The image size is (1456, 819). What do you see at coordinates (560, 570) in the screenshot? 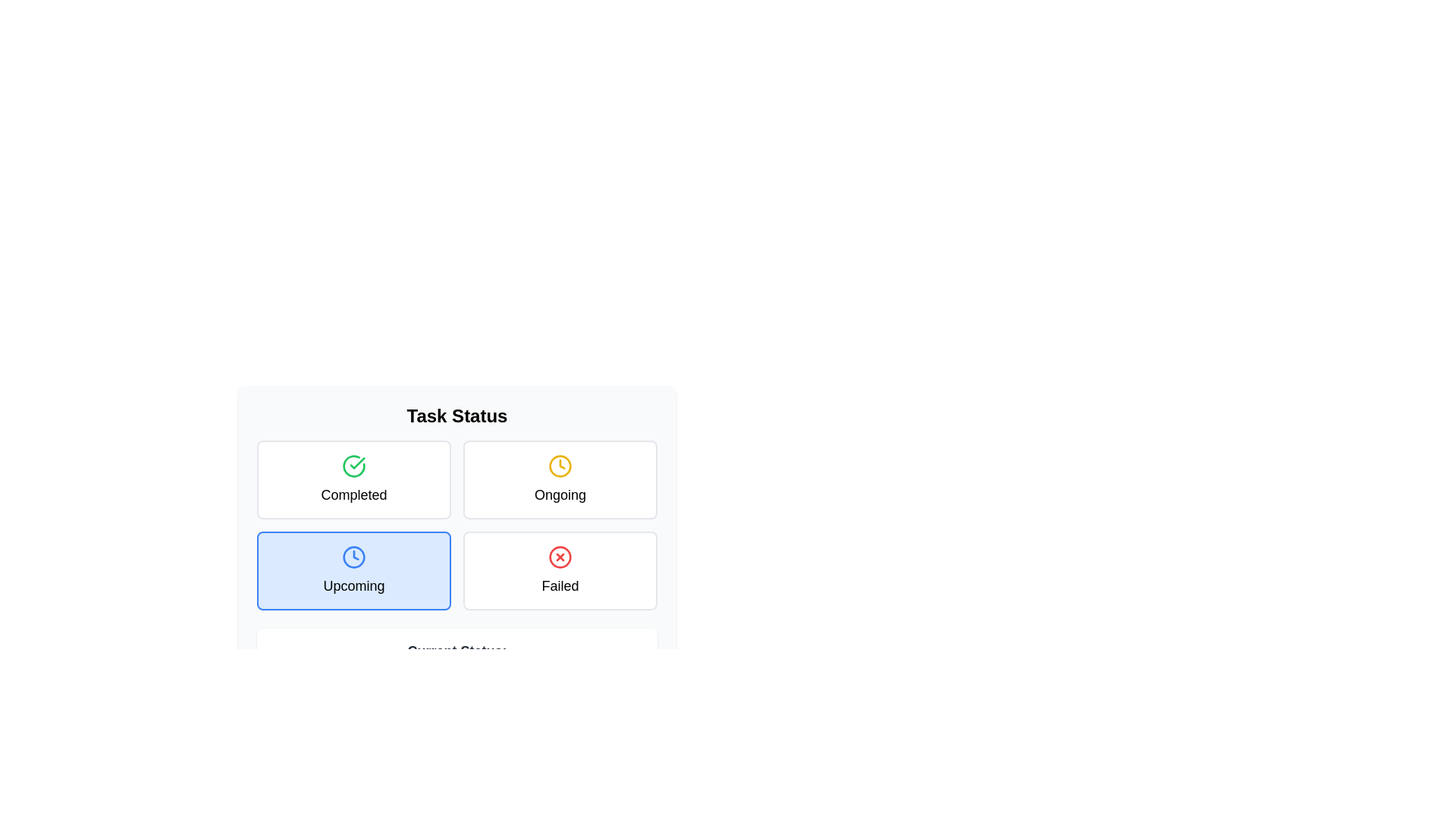
I see `the task status to Failed` at bounding box center [560, 570].